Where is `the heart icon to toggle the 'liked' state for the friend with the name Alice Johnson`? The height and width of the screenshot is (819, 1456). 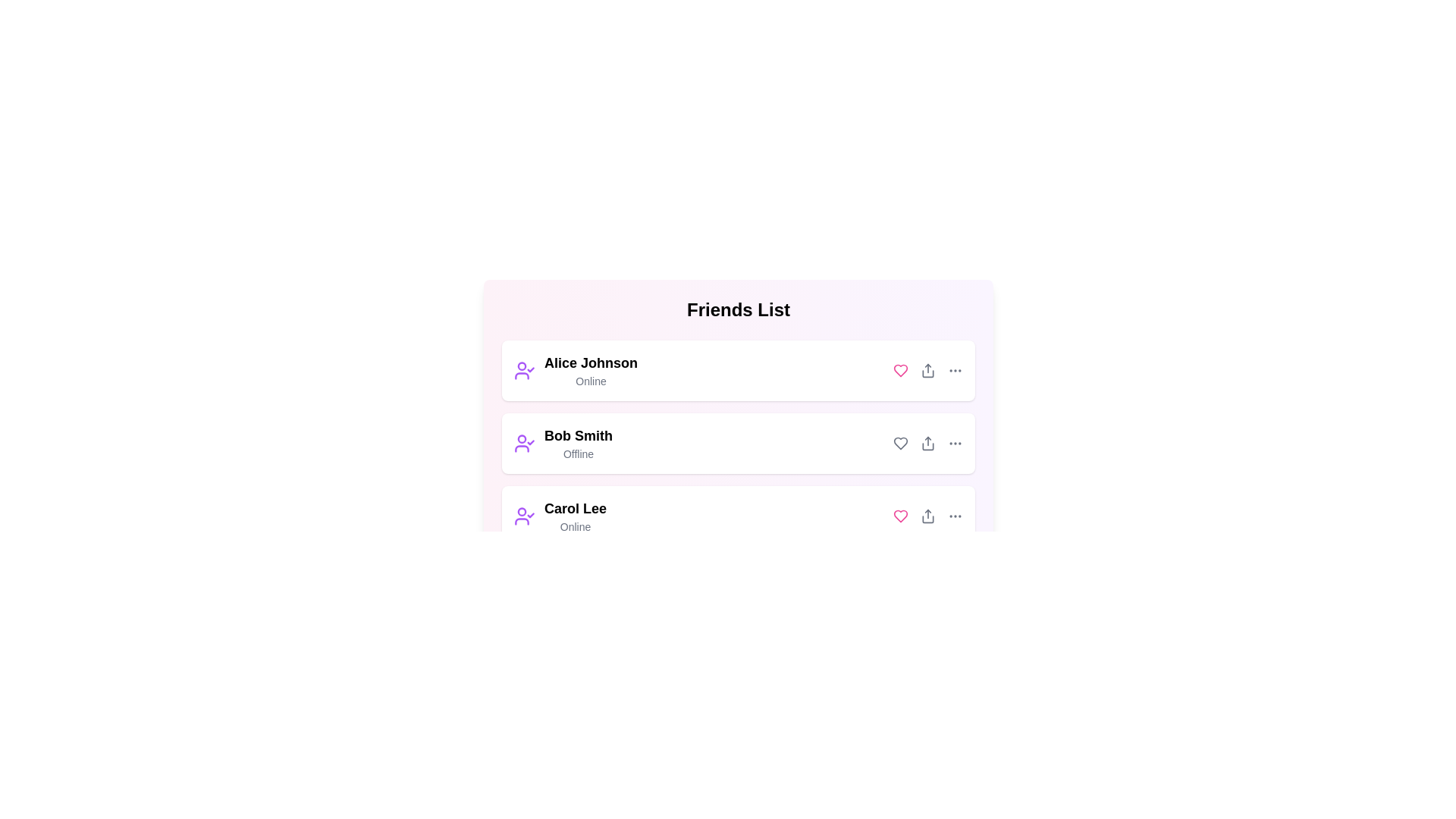
the heart icon to toggle the 'liked' state for the friend with the name Alice Johnson is located at coordinates (901, 371).